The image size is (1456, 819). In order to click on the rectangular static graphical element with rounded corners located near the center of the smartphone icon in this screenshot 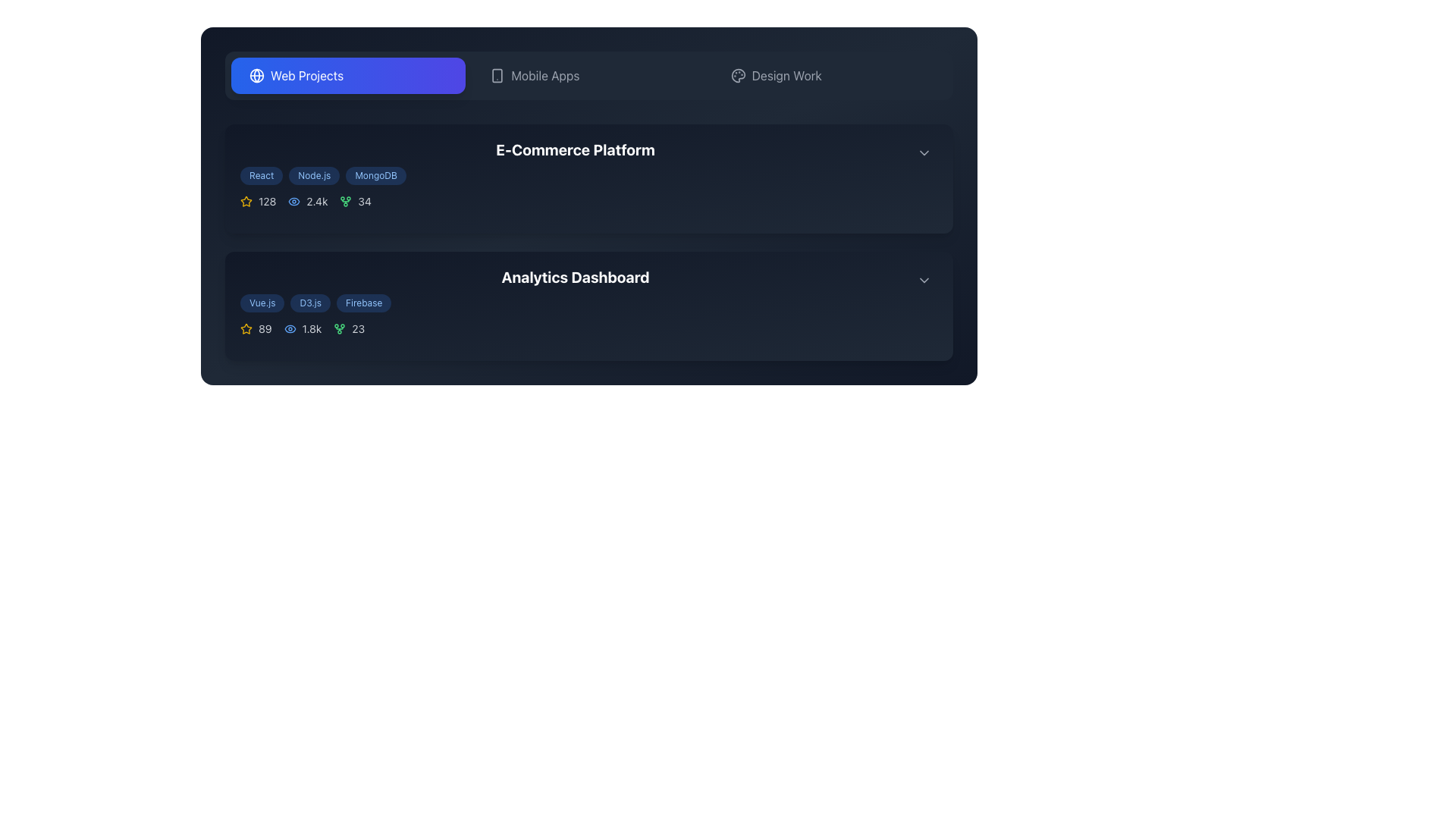, I will do `click(497, 76)`.